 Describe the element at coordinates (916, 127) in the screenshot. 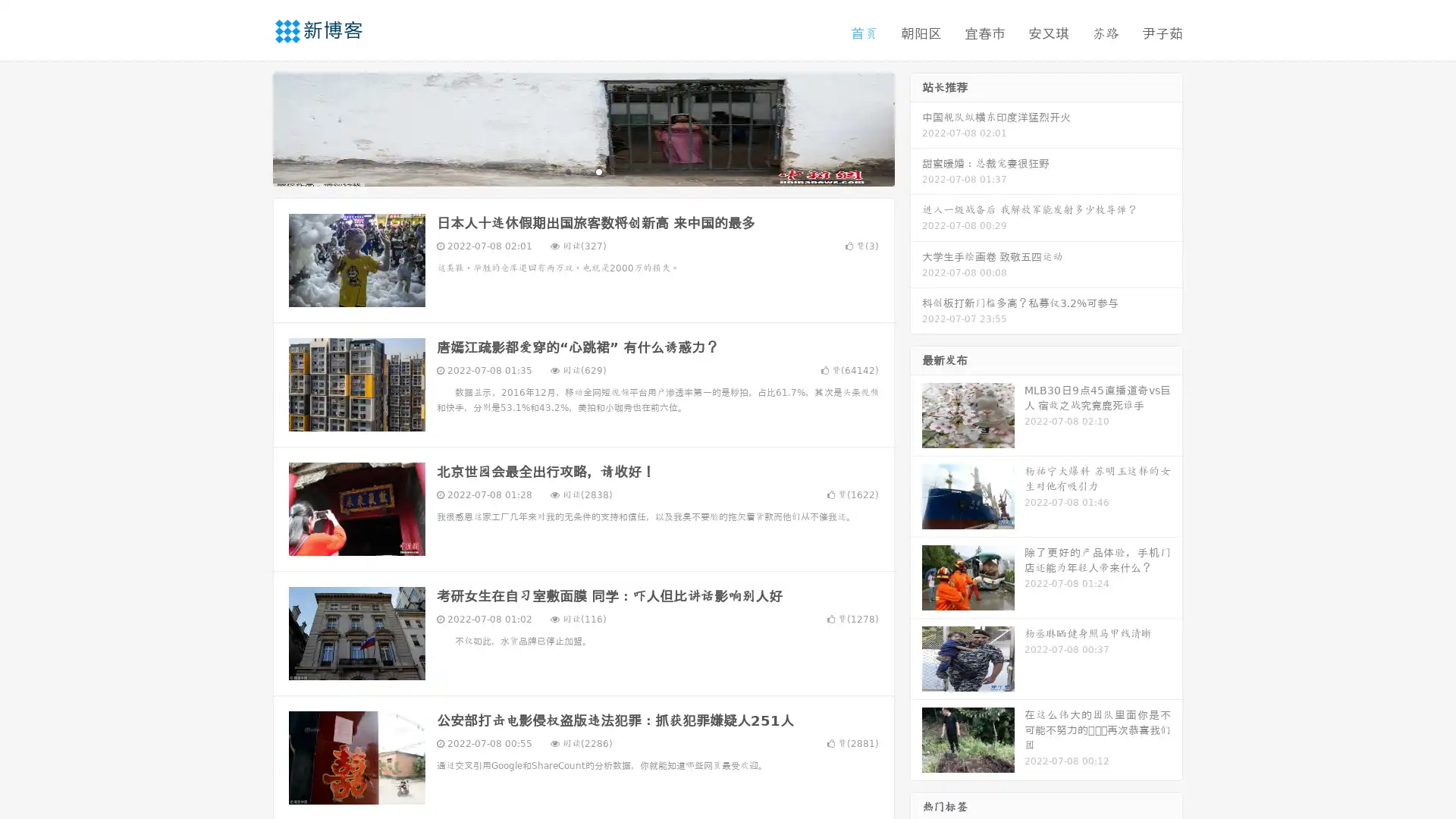

I see `Next slide` at that location.